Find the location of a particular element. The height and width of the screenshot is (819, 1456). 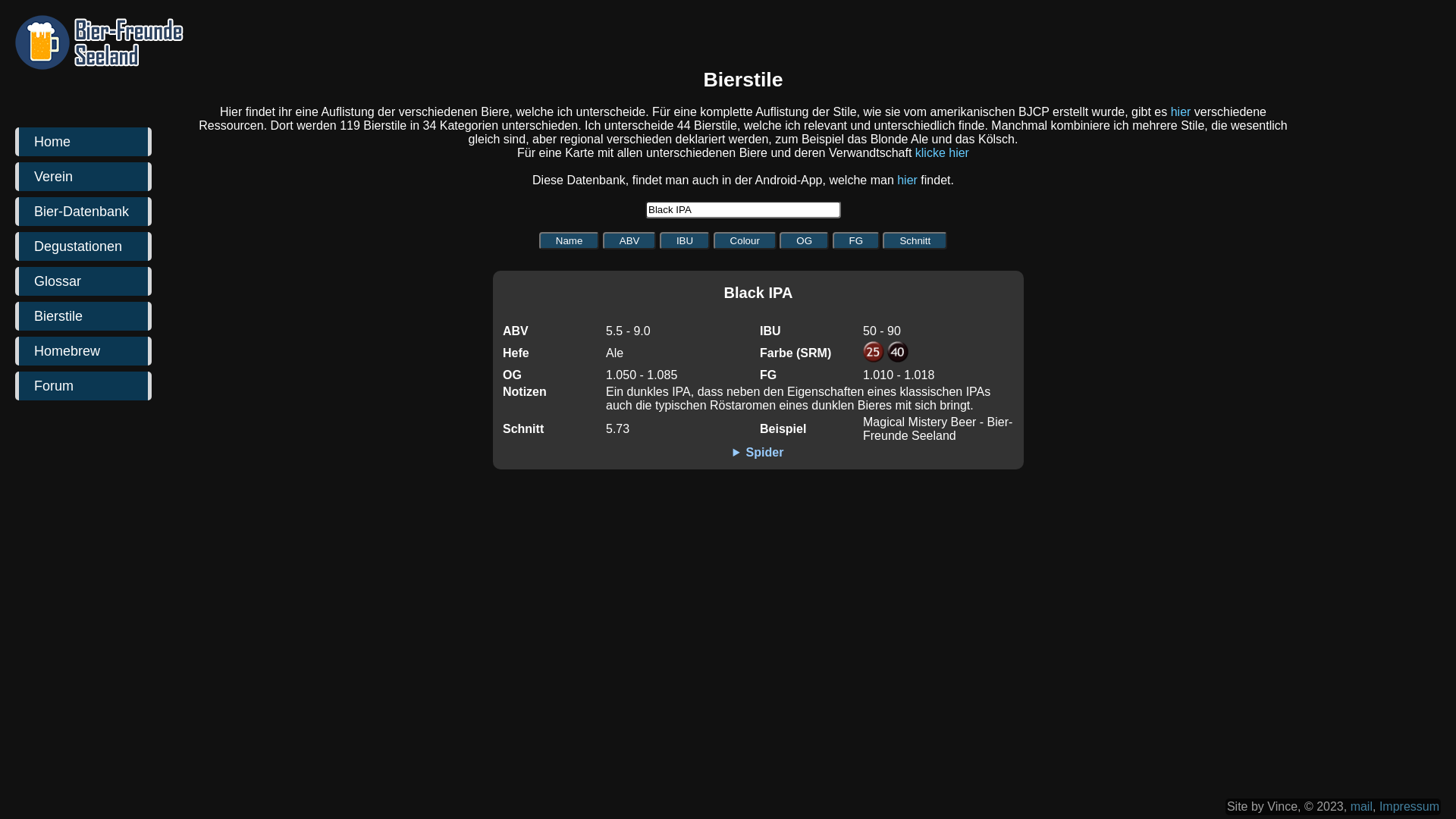

'Homebrew' is located at coordinates (83, 350).